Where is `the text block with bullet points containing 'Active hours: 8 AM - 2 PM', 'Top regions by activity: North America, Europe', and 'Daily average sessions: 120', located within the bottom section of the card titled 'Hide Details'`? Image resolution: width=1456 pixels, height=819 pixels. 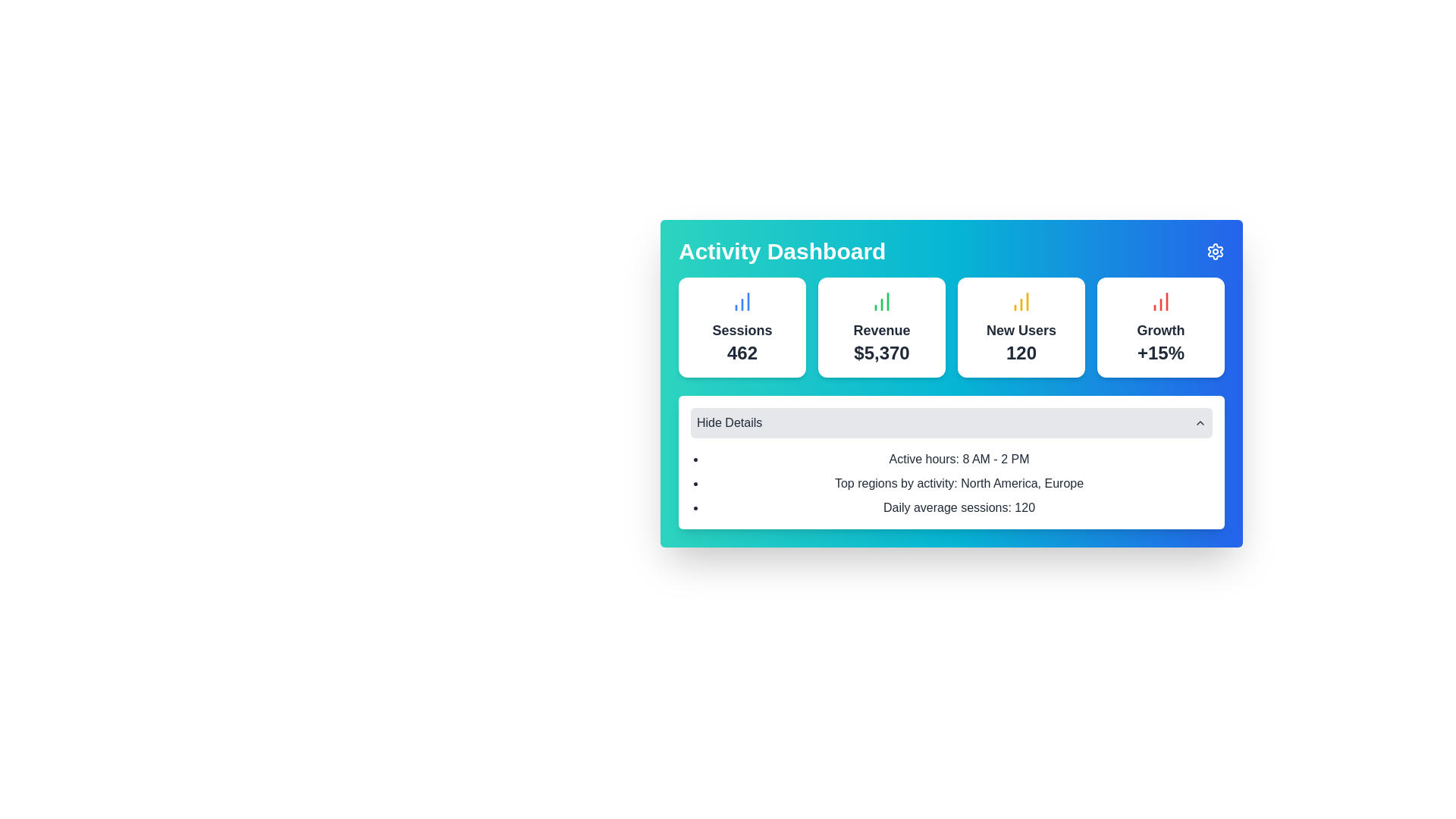 the text block with bullet points containing 'Active hours: 8 AM - 2 PM', 'Top regions by activity: North America, Europe', and 'Daily average sessions: 120', located within the bottom section of the card titled 'Hide Details' is located at coordinates (950, 483).